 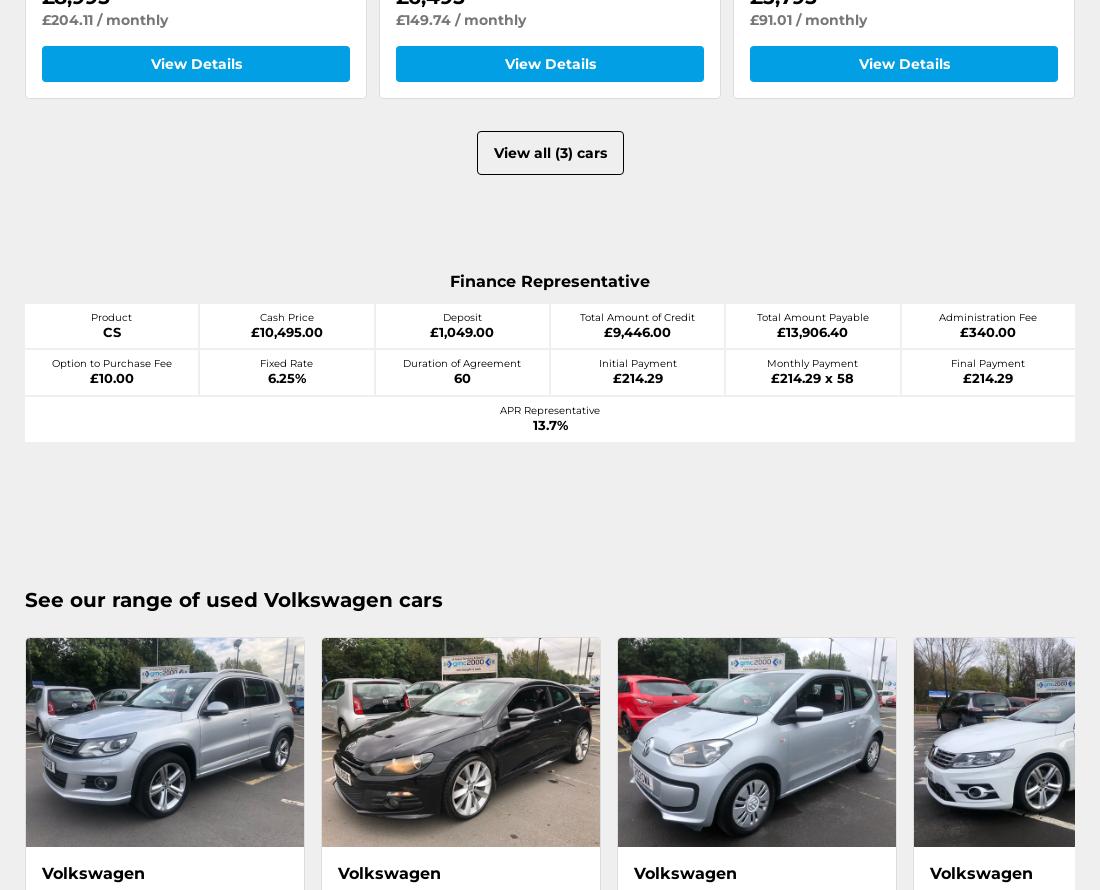 I want to click on 'View all (3) cars', so click(x=549, y=152).